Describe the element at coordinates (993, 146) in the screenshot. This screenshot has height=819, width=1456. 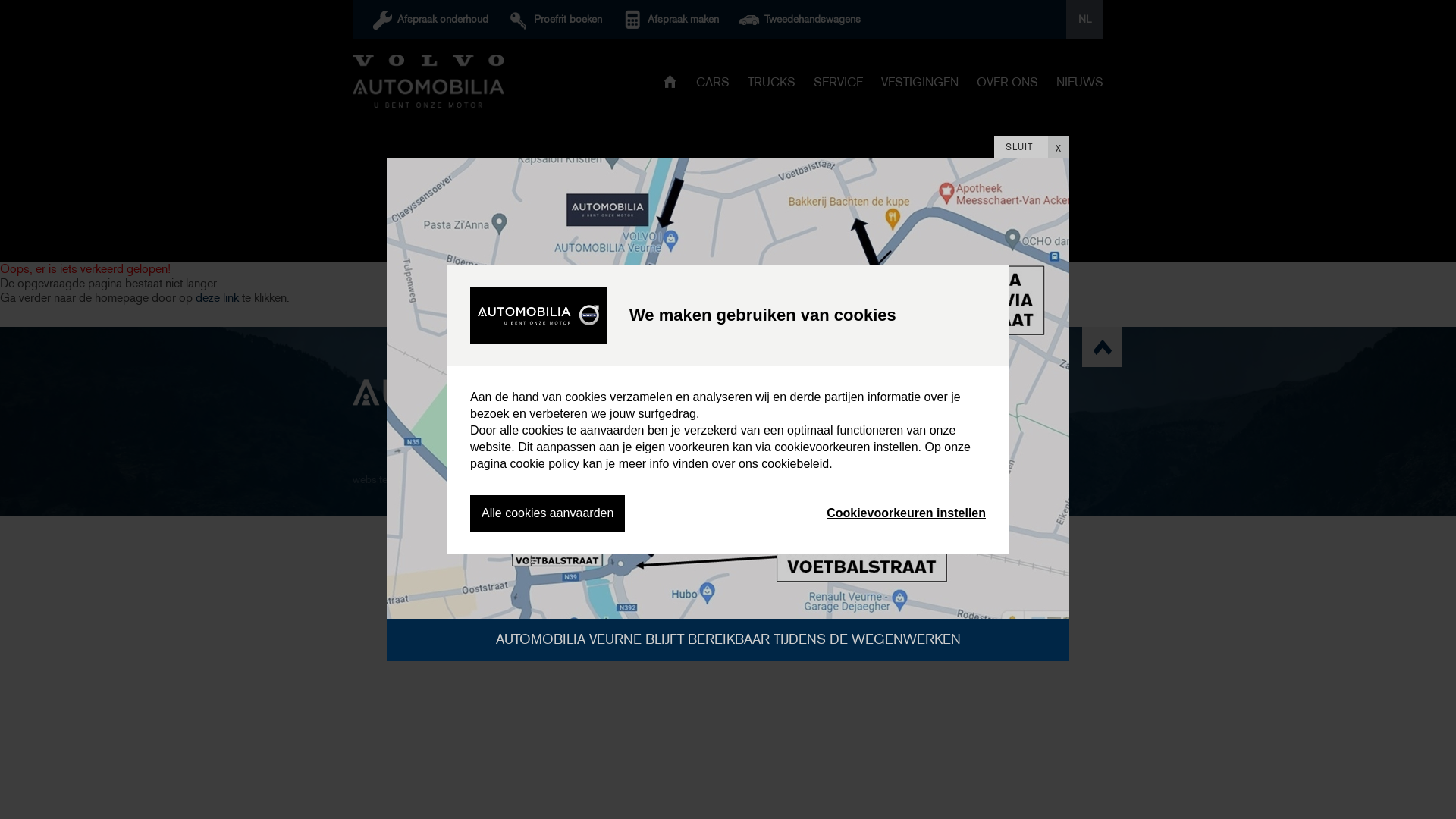
I see `'SLUIT` at that location.